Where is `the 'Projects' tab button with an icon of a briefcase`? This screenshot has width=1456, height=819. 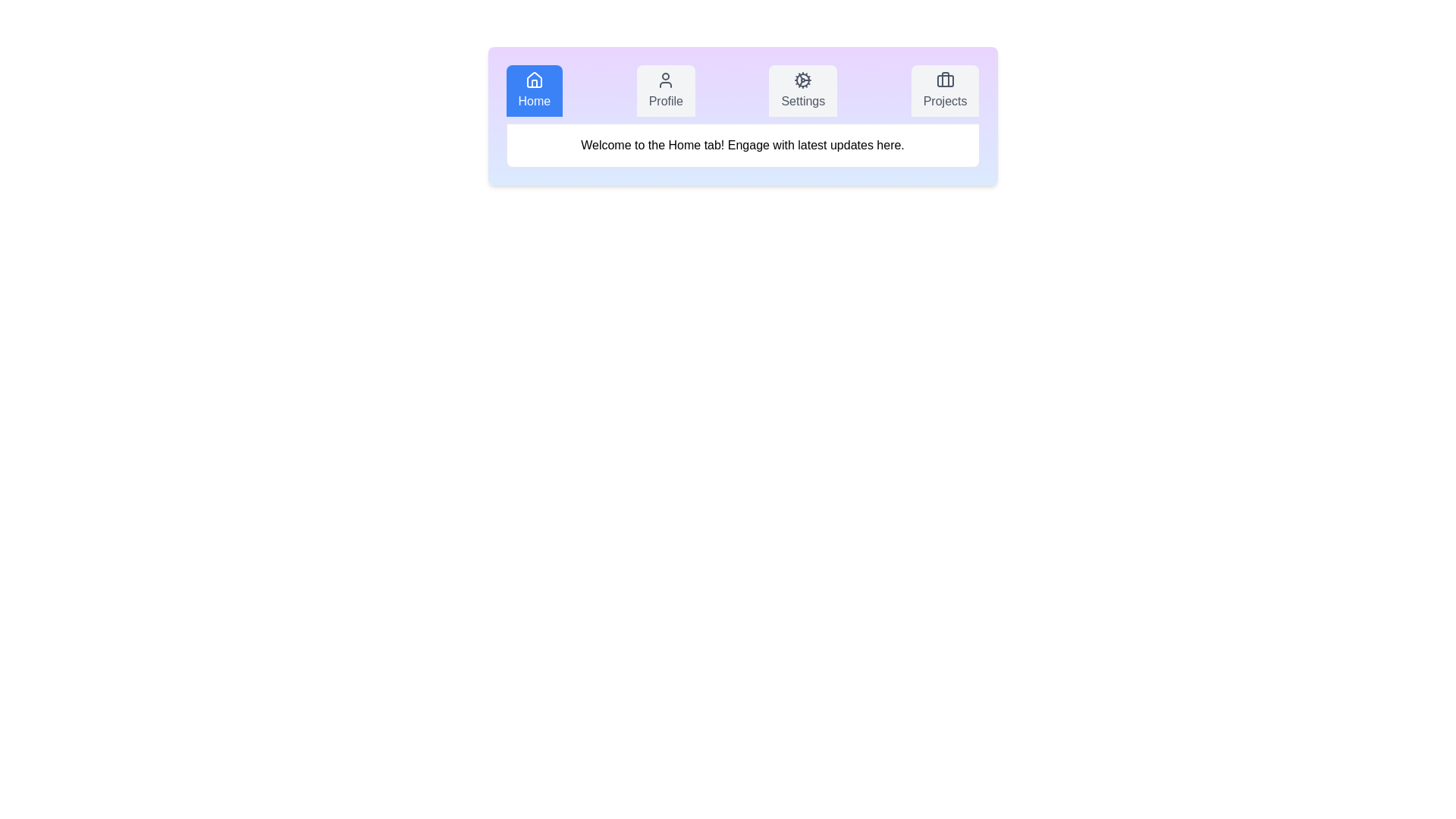
the 'Projects' tab button with an icon of a briefcase is located at coordinates (944, 90).